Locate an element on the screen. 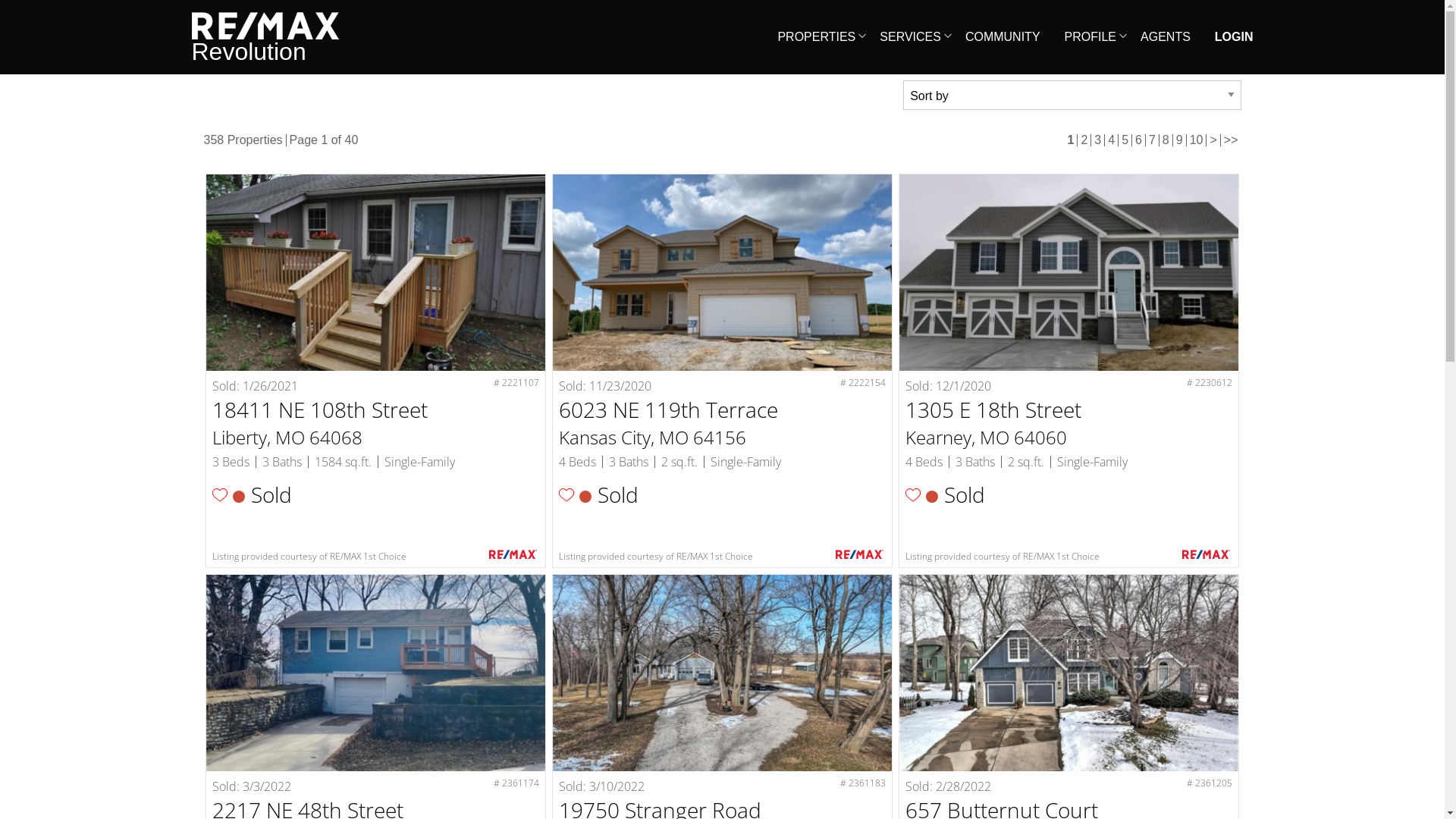 This screenshot has width=1456, height=819. 'Revolution' is located at coordinates (265, 36).